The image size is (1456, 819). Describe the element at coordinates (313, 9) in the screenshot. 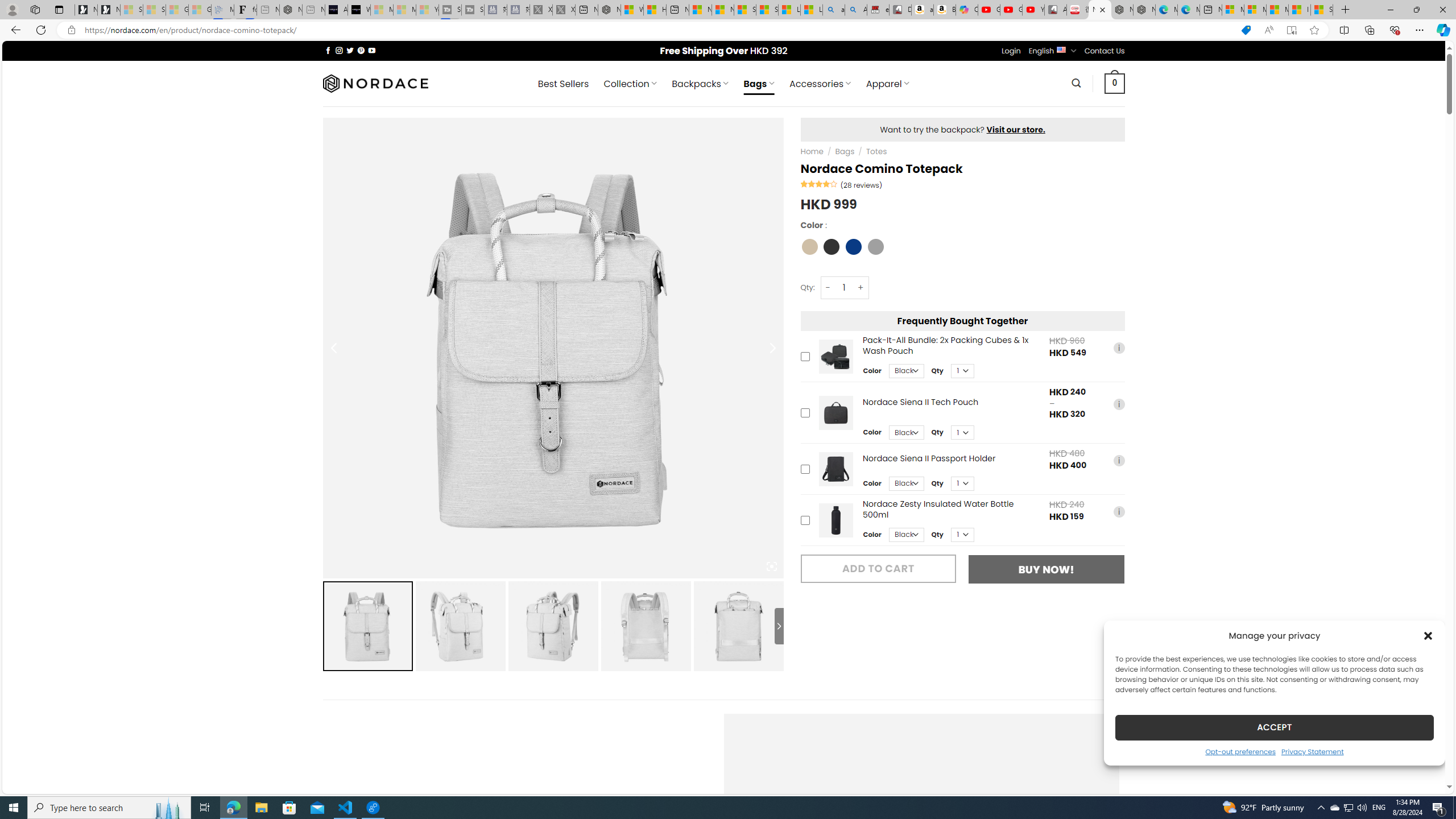

I see `'New tab - Sleeping'` at that location.